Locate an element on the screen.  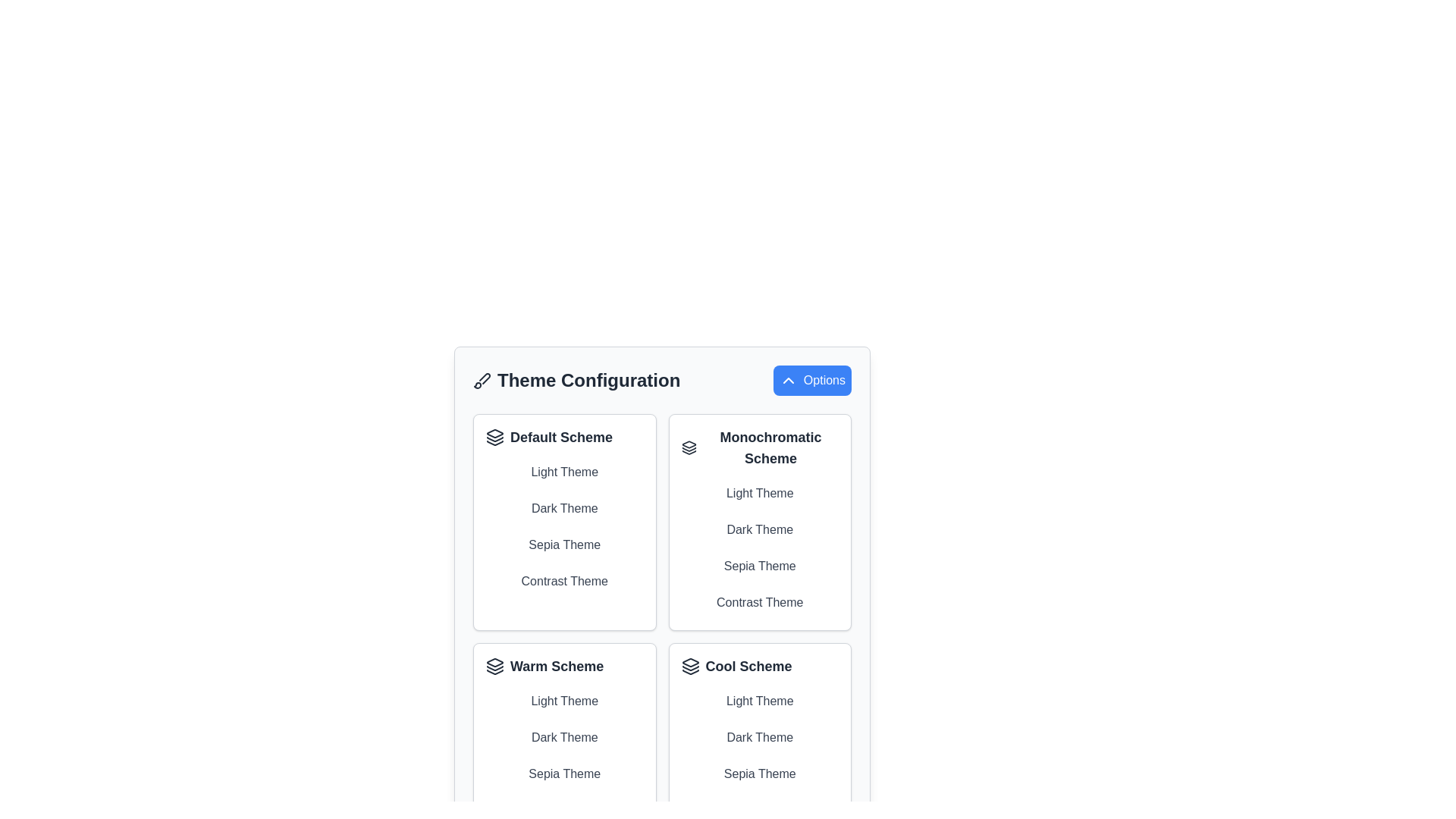
the Text with Icon that indicates the title of a specific theme option within the configuration panel, located in the bottom-right quadrant below the 'Warm Scheme' section and to the right of the 'Monochromatic Scheme' section is located at coordinates (760, 666).